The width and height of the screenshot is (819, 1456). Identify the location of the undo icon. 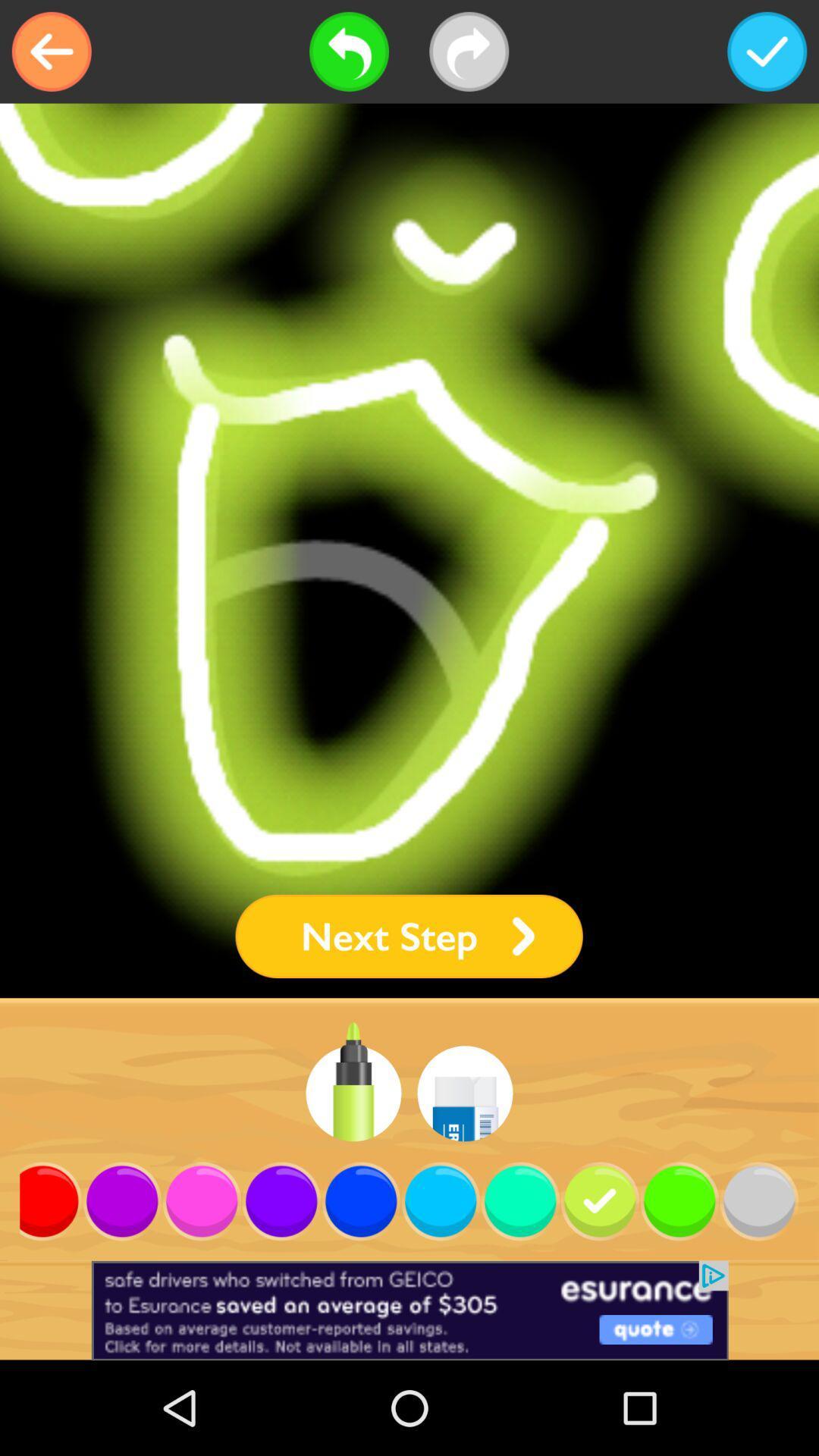
(349, 52).